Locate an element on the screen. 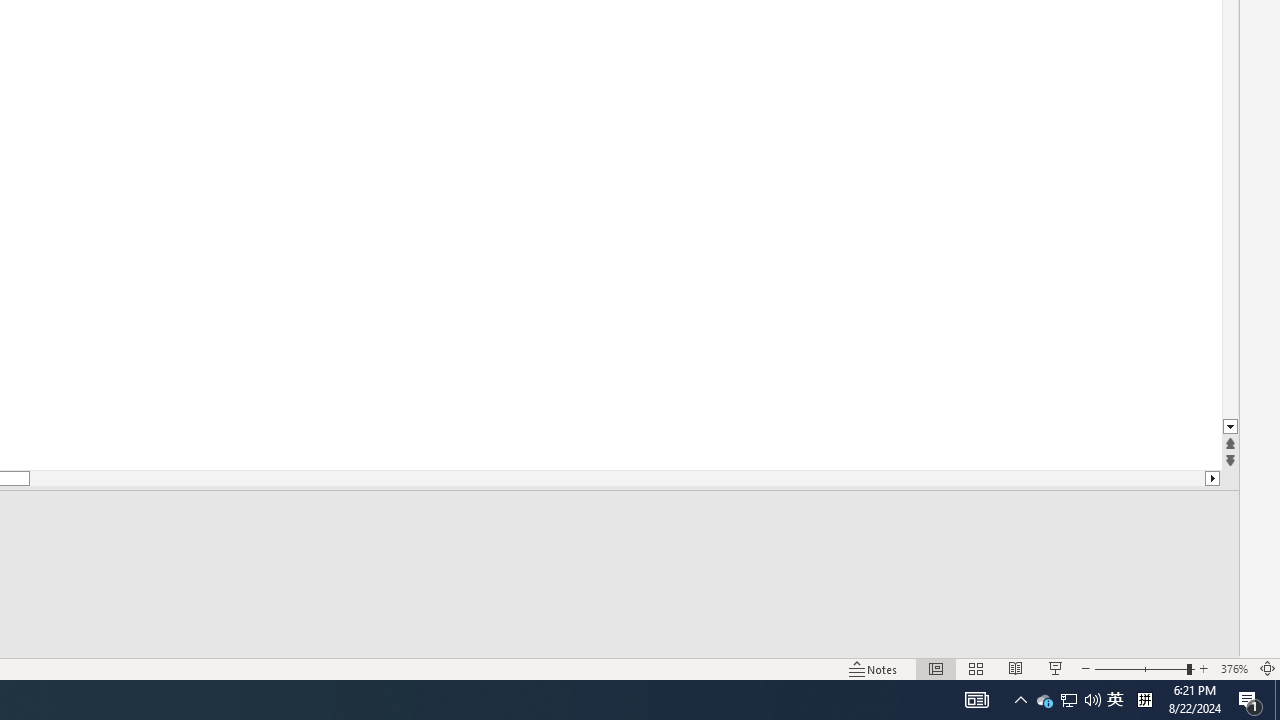  'Zoom 376%' is located at coordinates (1233, 669).